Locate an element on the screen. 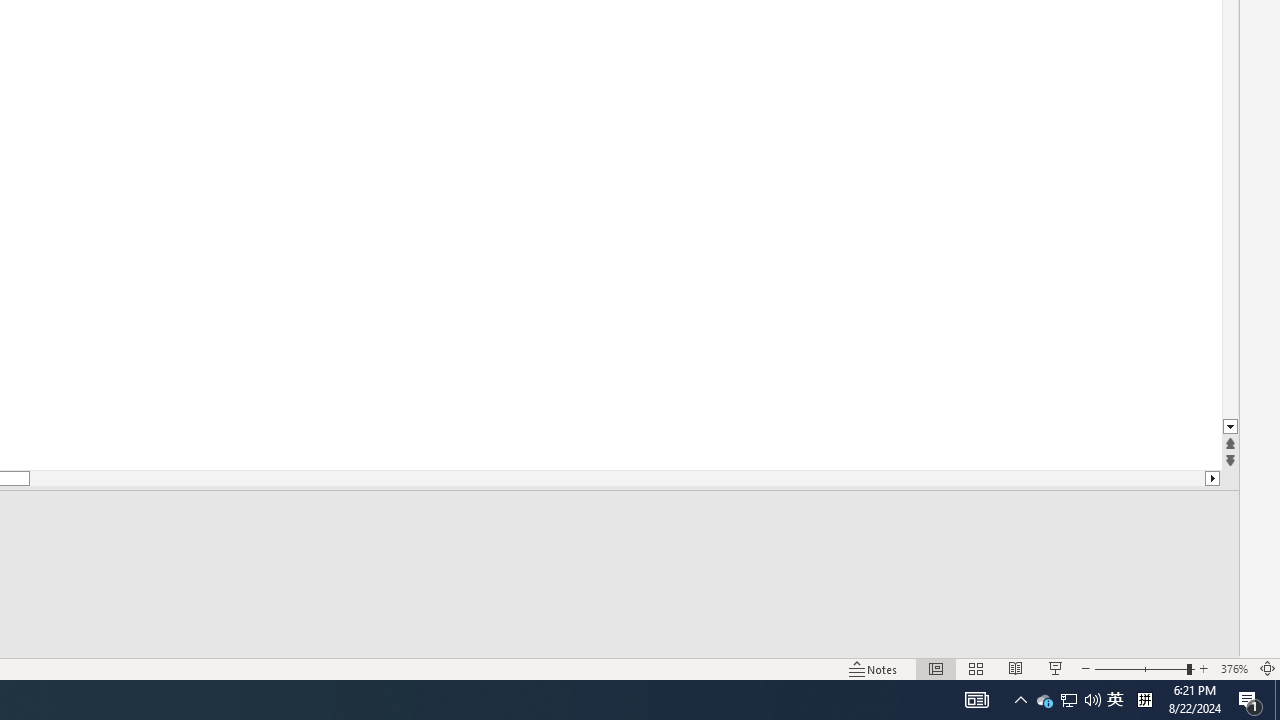  'Zoom 376%' is located at coordinates (1233, 669).